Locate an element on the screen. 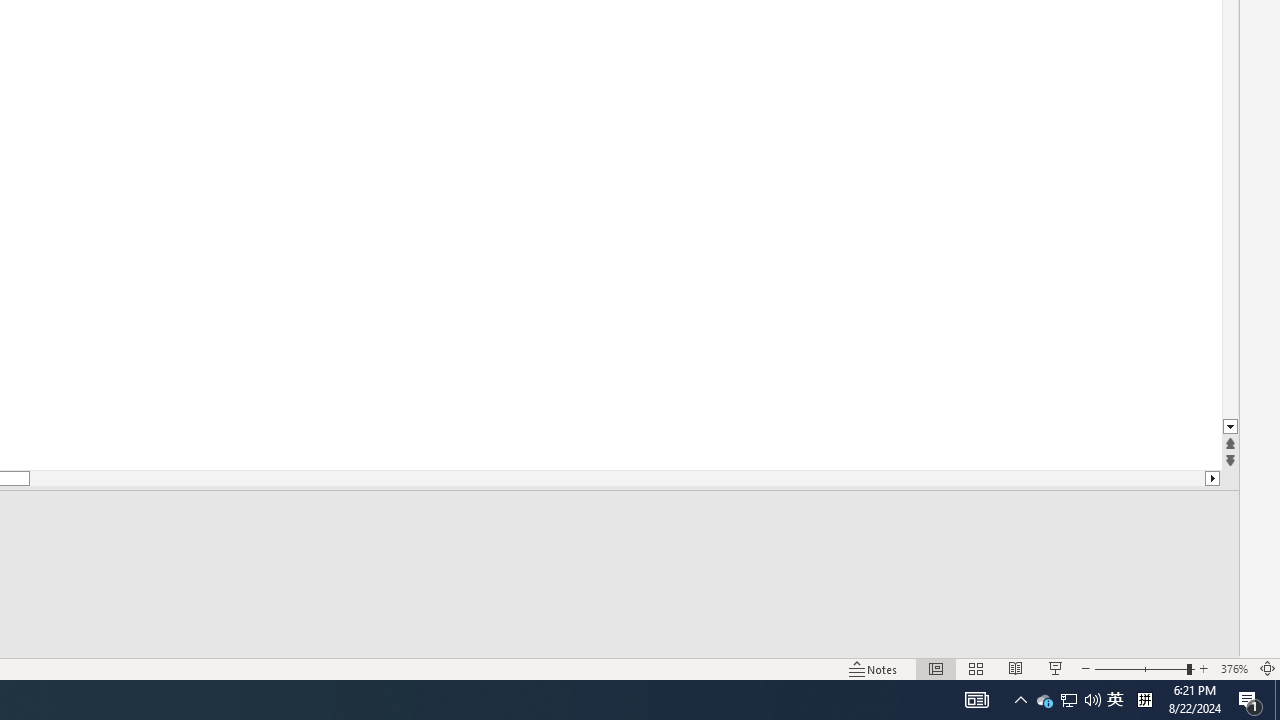  'Zoom 376%' is located at coordinates (1233, 669).